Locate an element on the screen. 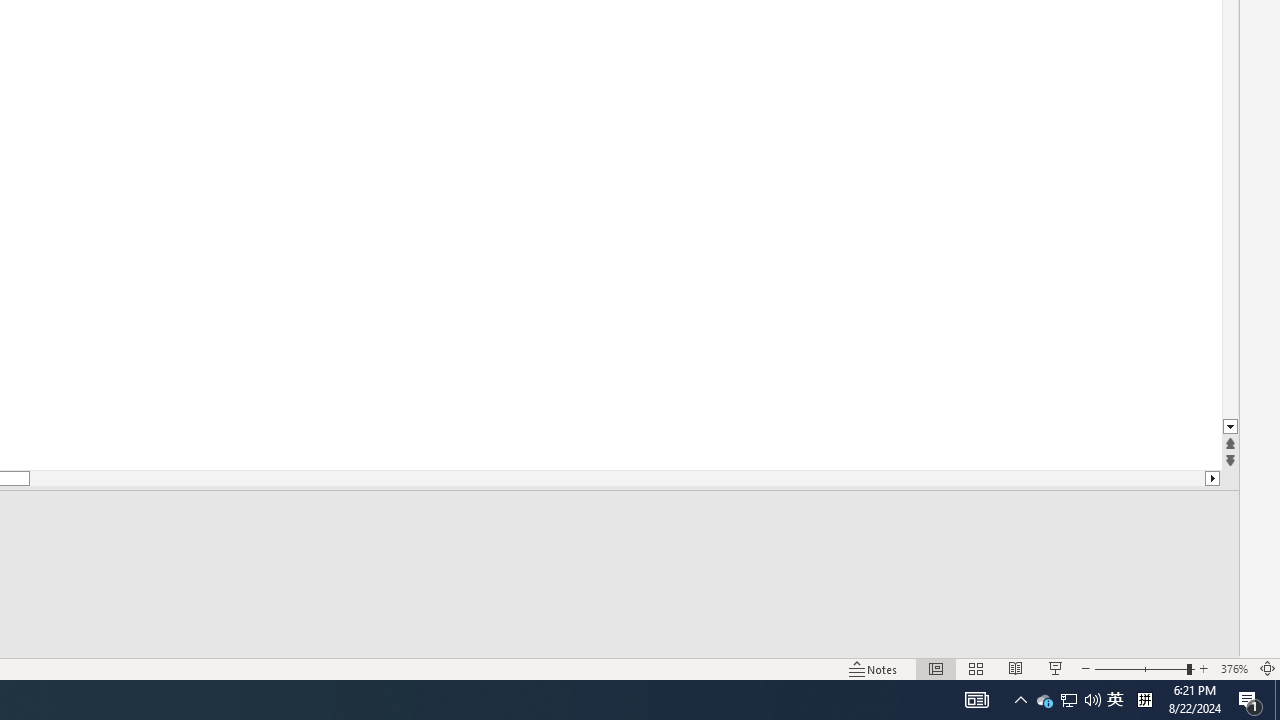  'Zoom 376%' is located at coordinates (1233, 669).